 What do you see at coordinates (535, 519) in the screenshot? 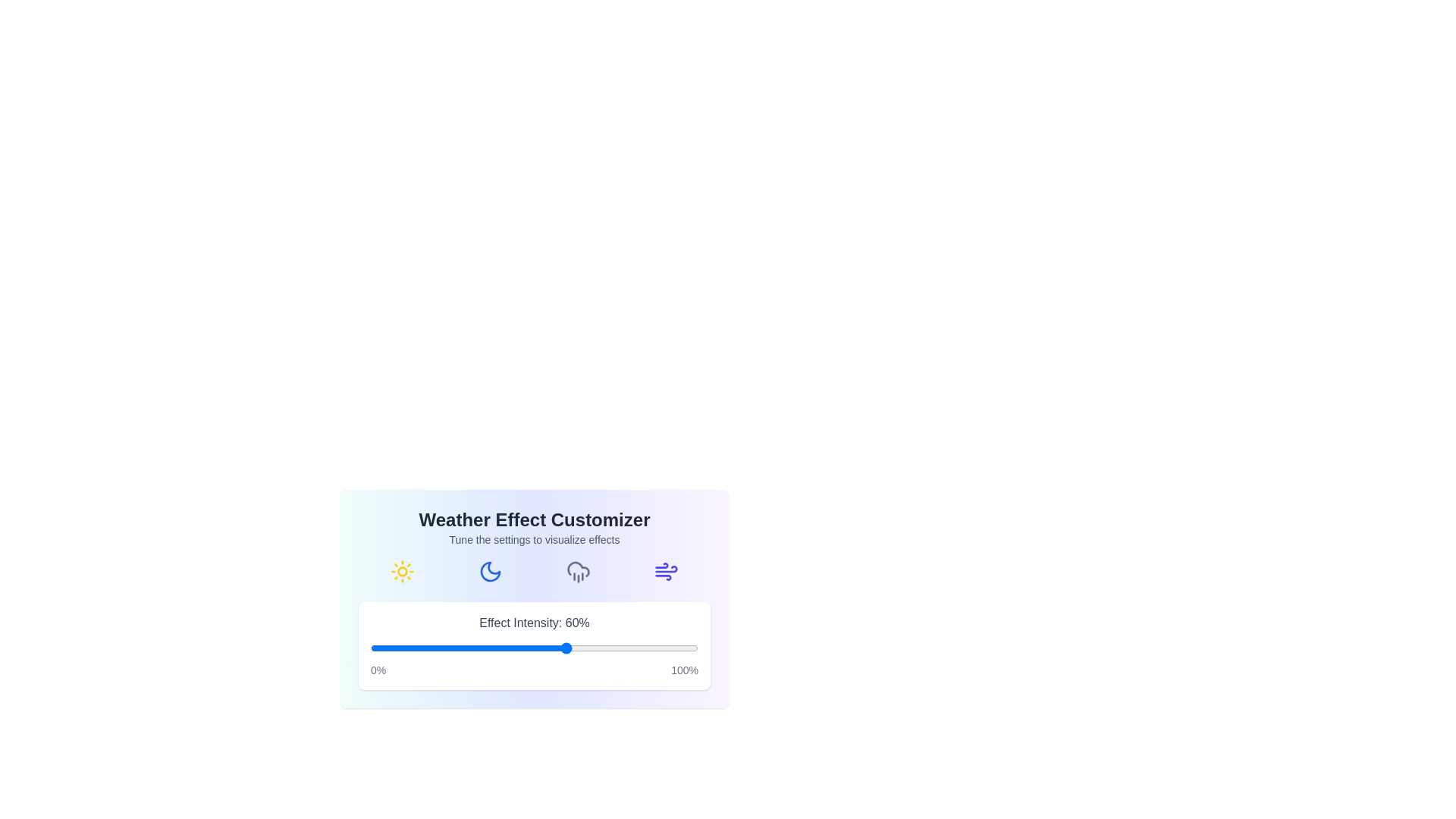
I see `the text element 'Weather Effect Customizer', which is displayed in bold and larger font at the top-center of its card-like interface` at bounding box center [535, 519].